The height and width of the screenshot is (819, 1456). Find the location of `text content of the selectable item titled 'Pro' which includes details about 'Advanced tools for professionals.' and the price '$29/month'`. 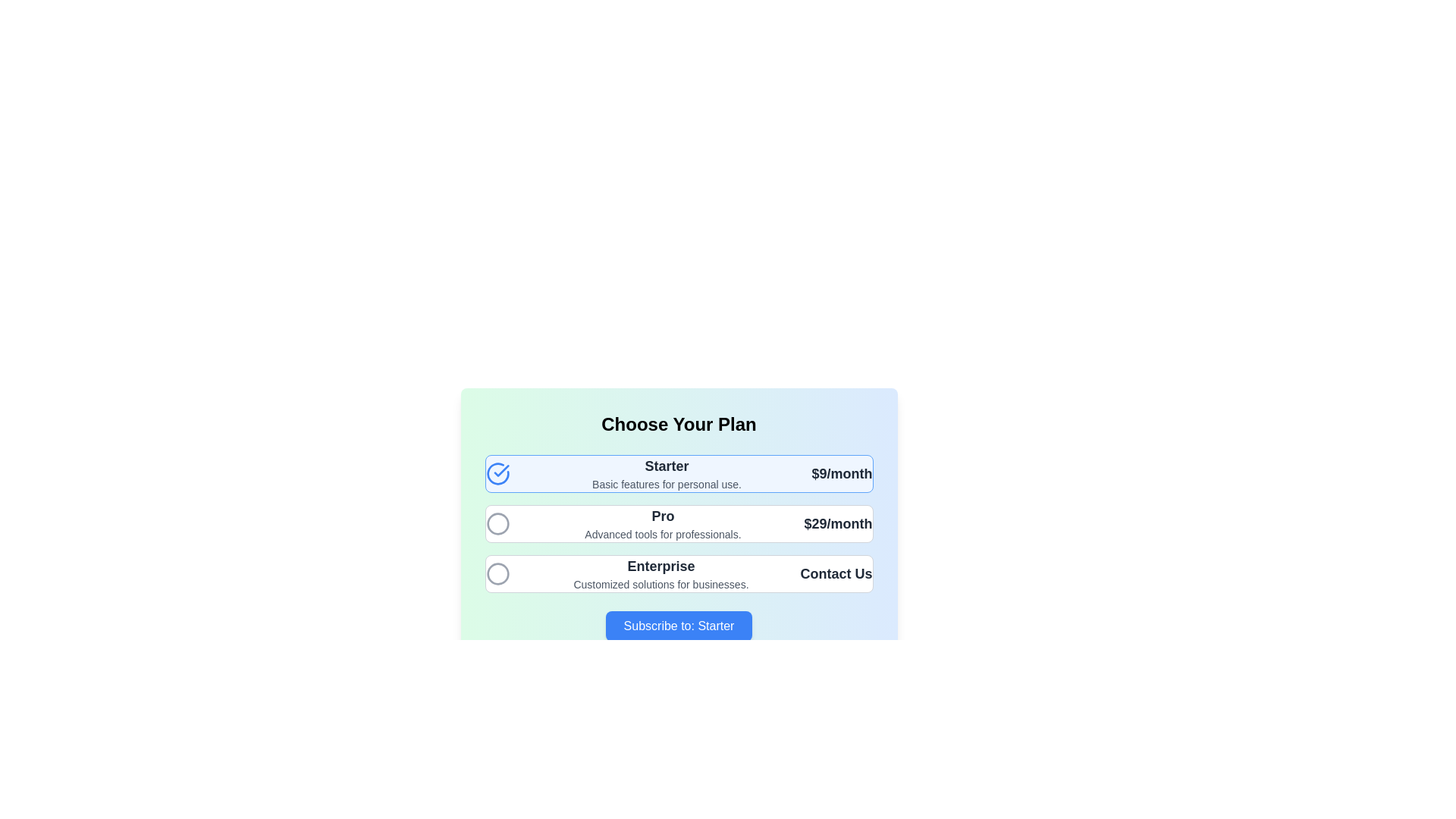

text content of the selectable item titled 'Pro' which includes details about 'Advanced tools for professionals.' and the price '$29/month' is located at coordinates (678, 522).